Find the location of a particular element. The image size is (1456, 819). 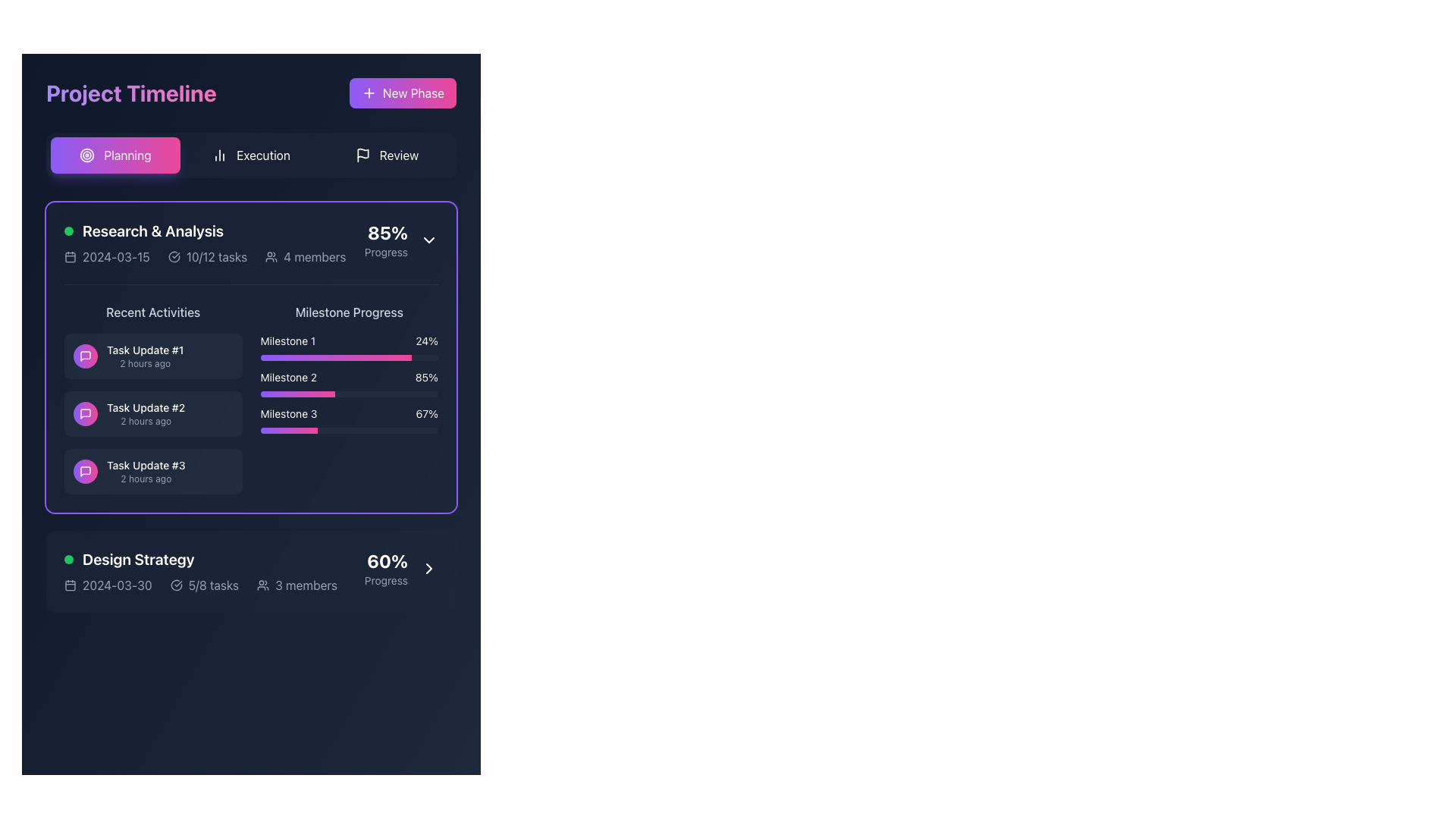

the small rectangular graphic element embedded in the calendar icon located to the left of '2024-03-30' in the 'Design Strategy' section is located at coordinates (69, 584).